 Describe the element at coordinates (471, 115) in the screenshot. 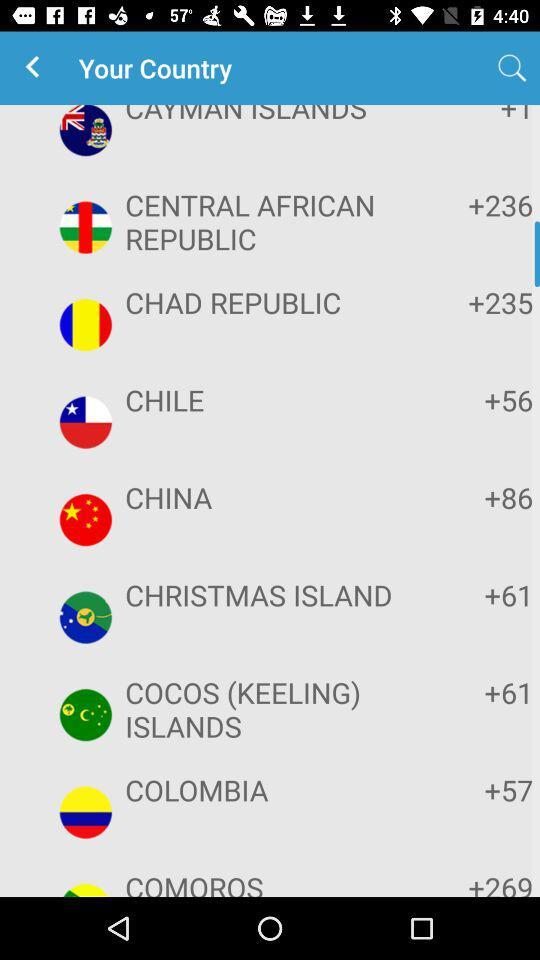

I see `app above the central african republic` at that location.